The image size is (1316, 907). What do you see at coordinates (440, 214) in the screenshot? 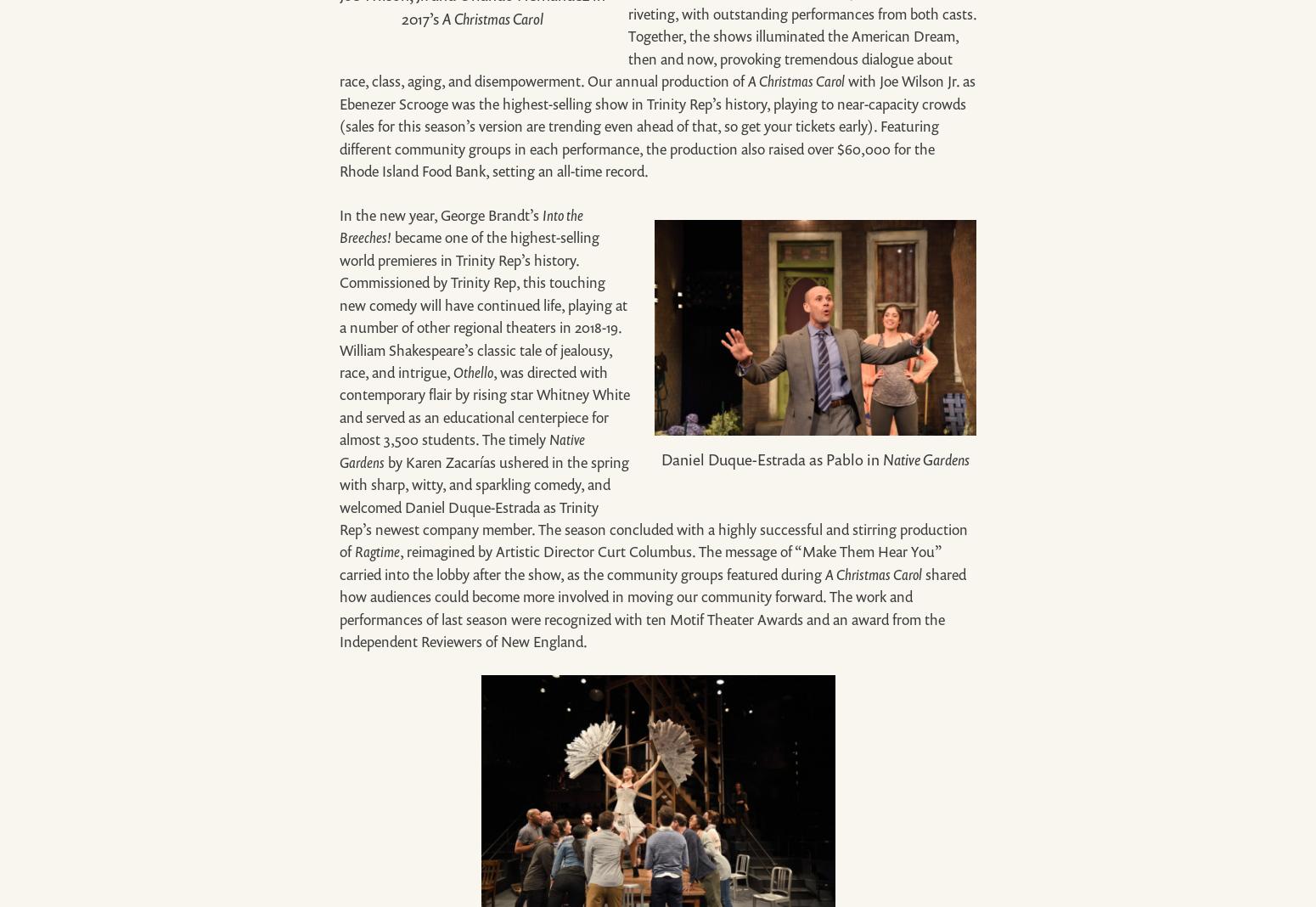
I see `'In the new year, George Brandt’s'` at bounding box center [440, 214].